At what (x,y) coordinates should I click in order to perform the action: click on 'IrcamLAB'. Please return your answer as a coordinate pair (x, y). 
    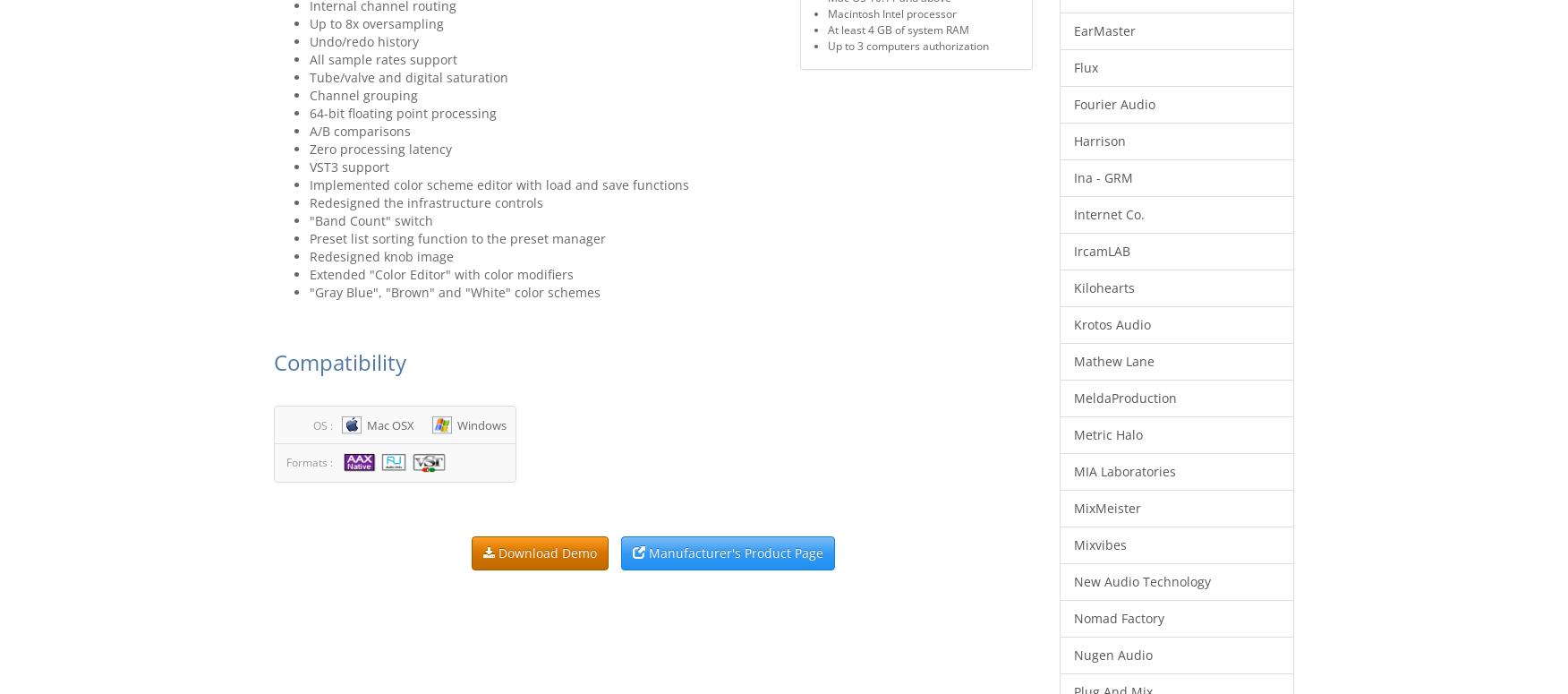
    Looking at the image, I should click on (1101, 251).